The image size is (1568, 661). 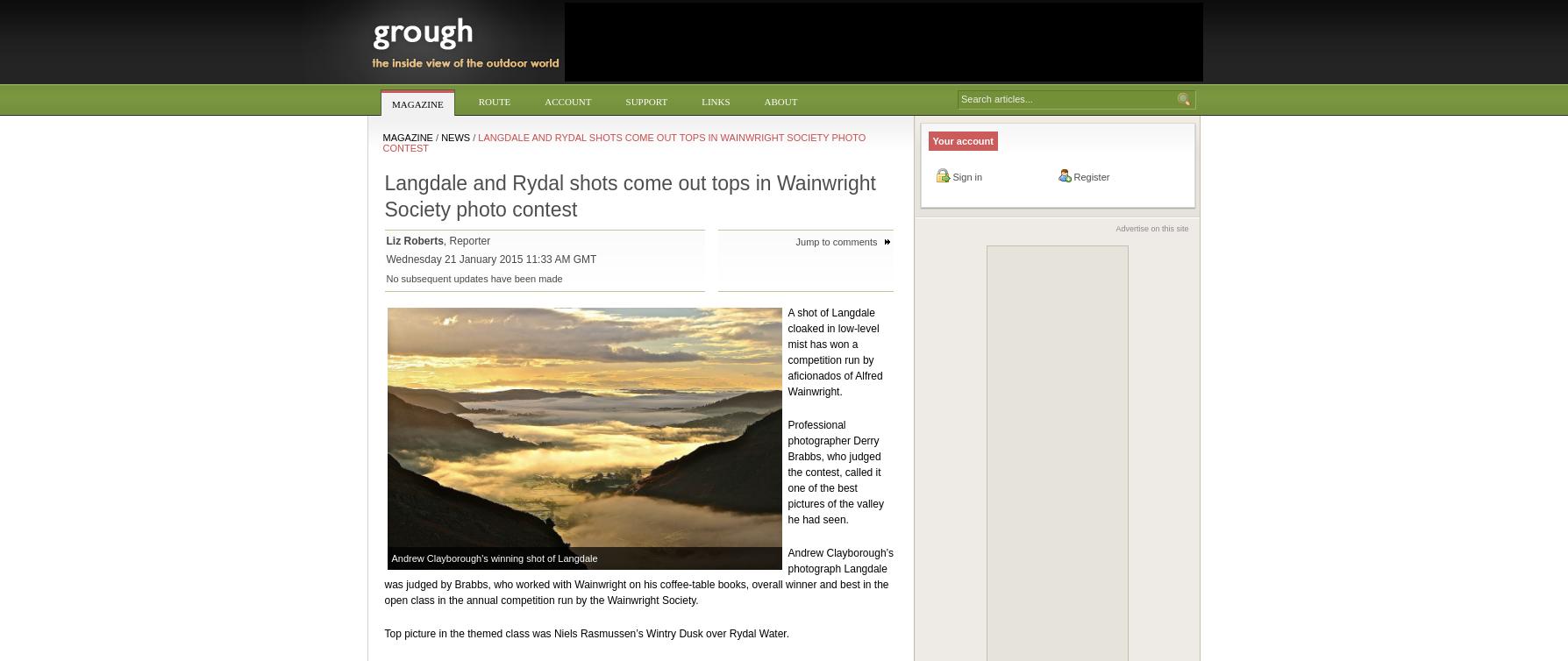 What do you see at coordinates (567, 101) in the screenshot?
I see `'Account'` at bounding box center [567, 101].